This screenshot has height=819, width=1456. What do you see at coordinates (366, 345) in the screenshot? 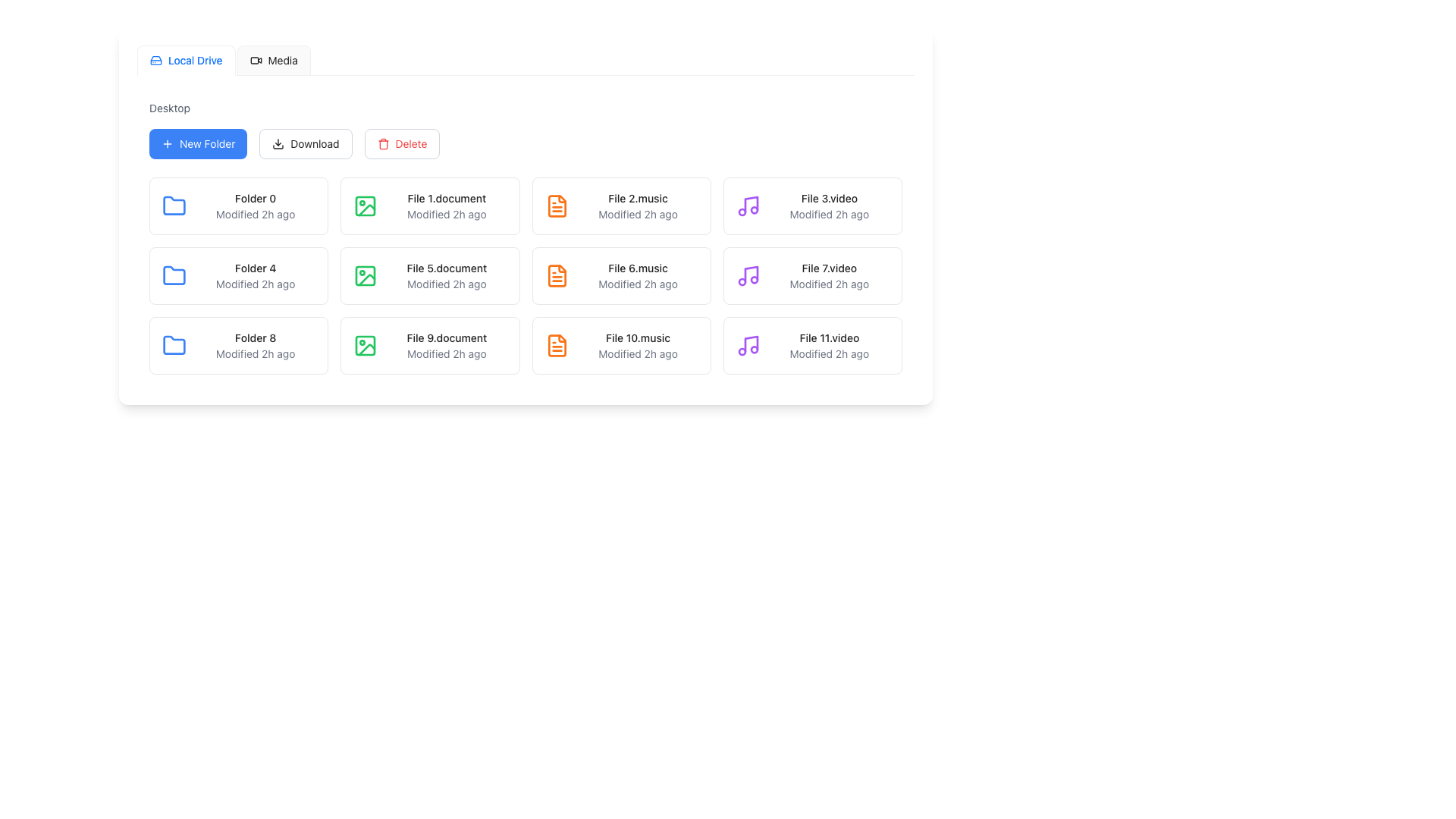
I see `the decorative graphic element, a rectangle with rounded edges, that is part of the SVG icon associated with 'File 9.document', located in the second row and third column of the file grid layout` at bounding box center [366, 345].